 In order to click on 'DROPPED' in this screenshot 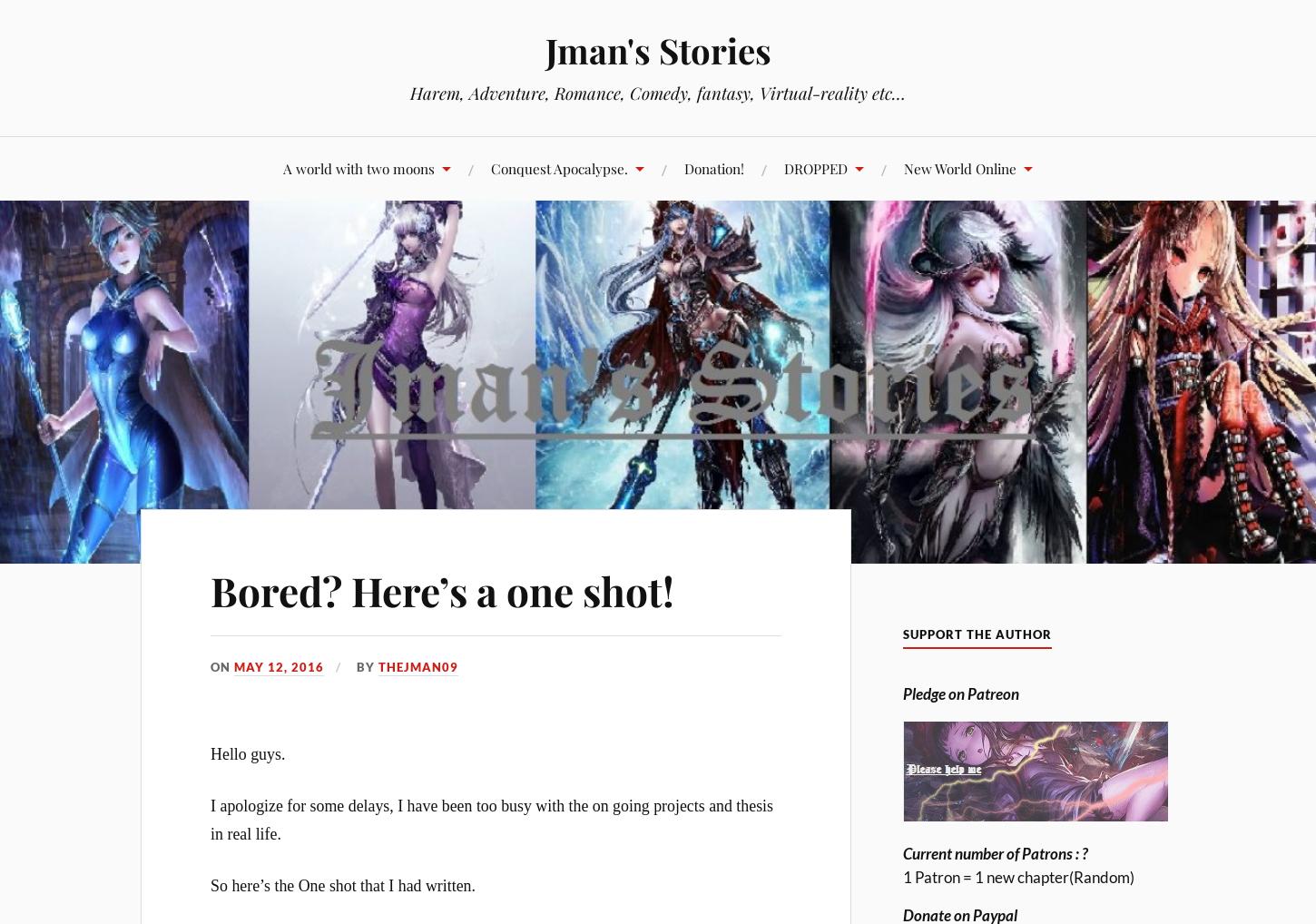, I will do `click(815, 167)`.